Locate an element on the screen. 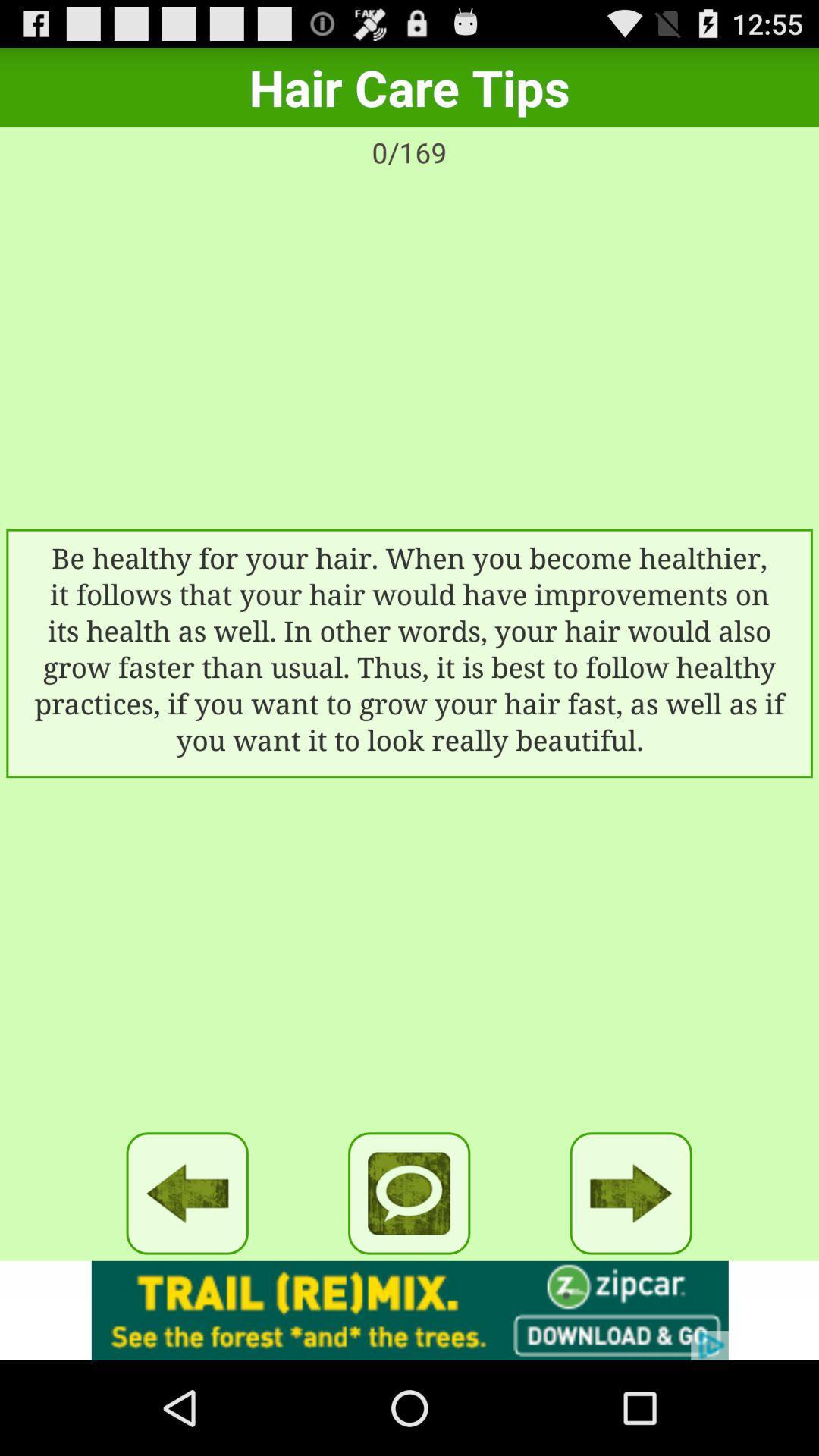 This screenshot has height=1456, width=819. the arrow_backward icon is located at coordinates (187, 1276).